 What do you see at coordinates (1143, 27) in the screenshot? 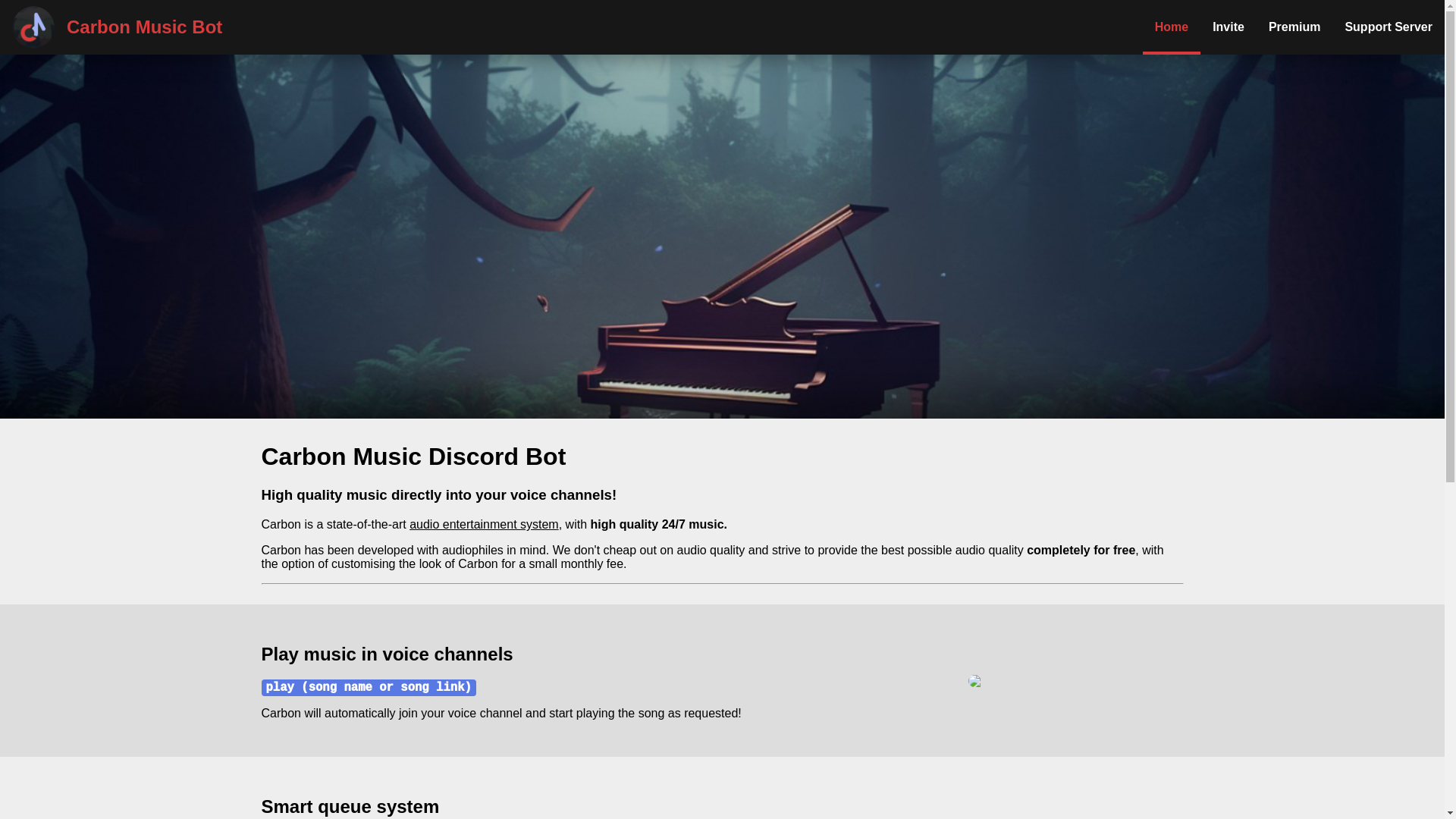
I see `'Home'` at bounding box center [1143, 27].